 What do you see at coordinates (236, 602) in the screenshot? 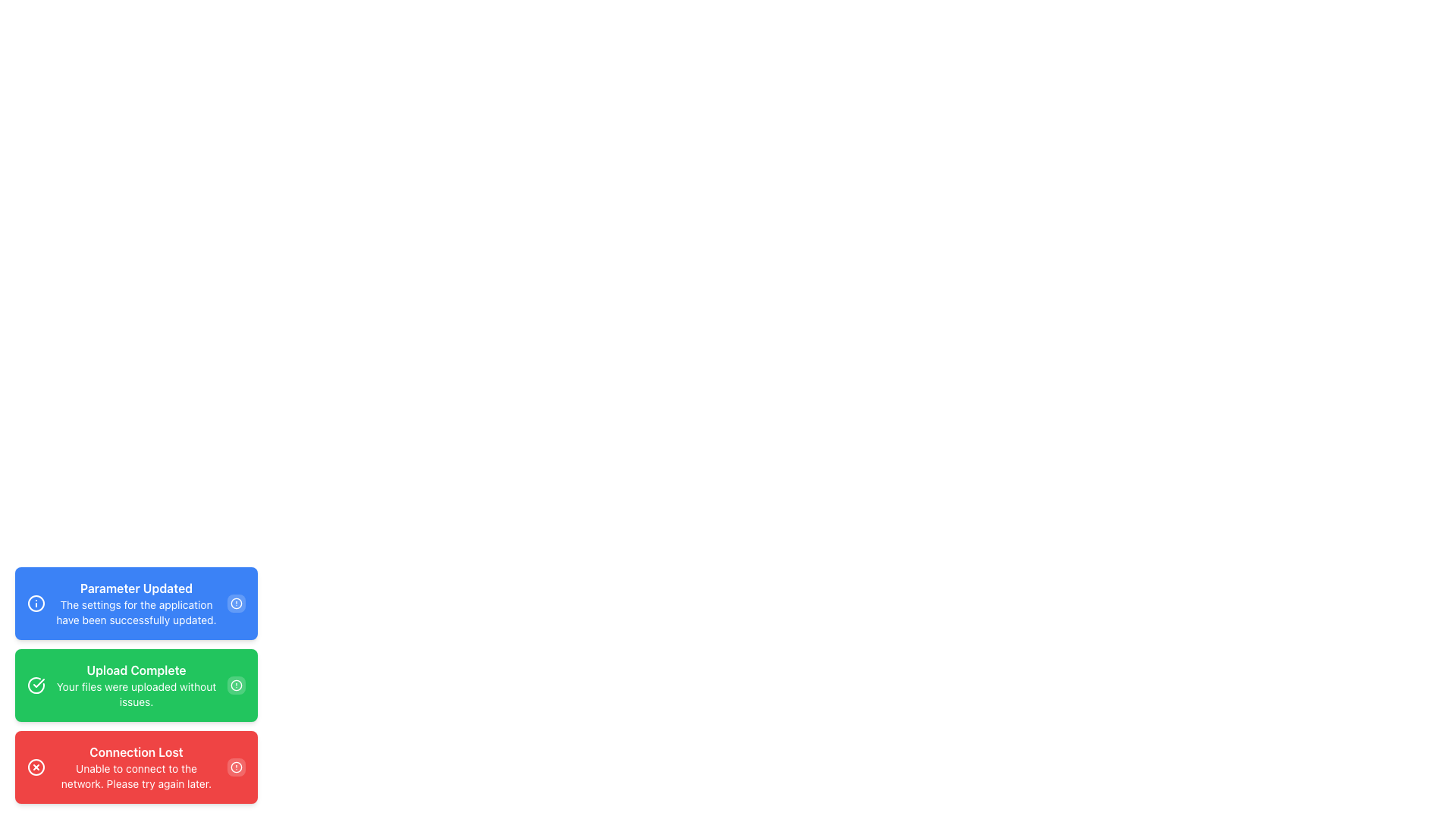
I see `the button located at the top-right corner of the 'Parameter Updated' notification card` at bounding box center [236, 602].